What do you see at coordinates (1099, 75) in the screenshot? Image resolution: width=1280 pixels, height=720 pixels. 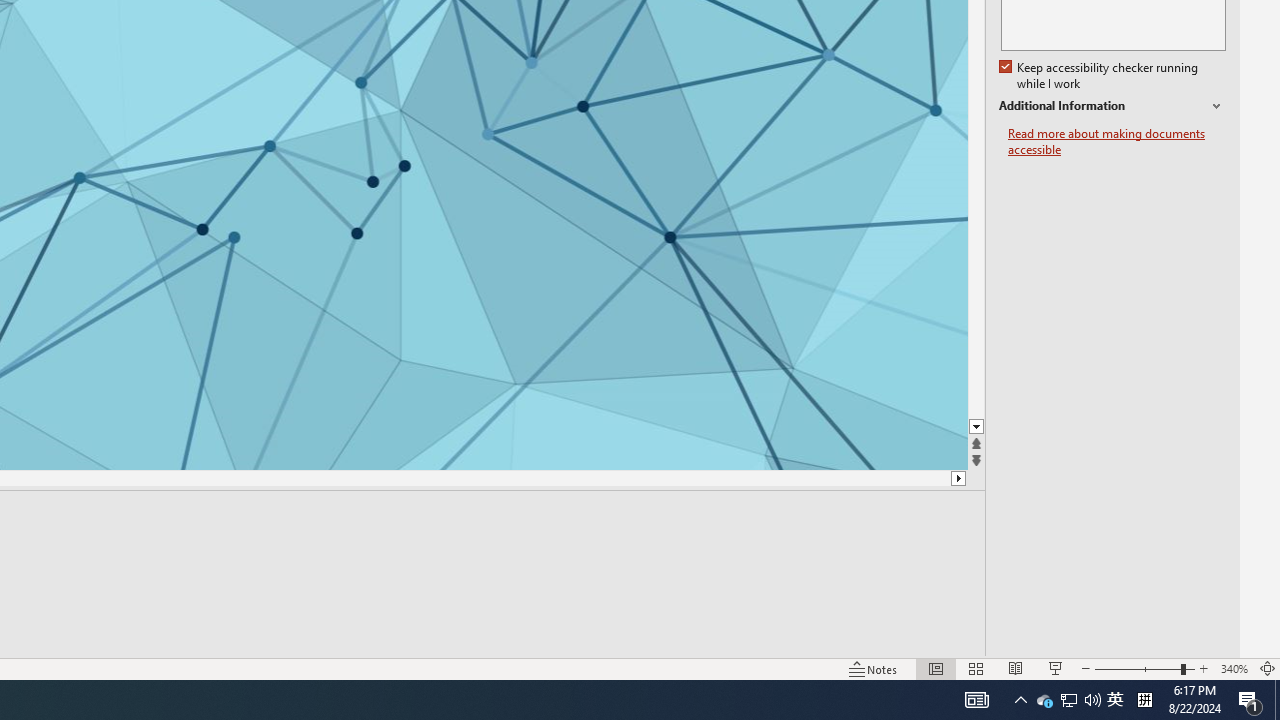 I see `'Keep accessibility checker running while I work'` at bounding box center [1099, 75].